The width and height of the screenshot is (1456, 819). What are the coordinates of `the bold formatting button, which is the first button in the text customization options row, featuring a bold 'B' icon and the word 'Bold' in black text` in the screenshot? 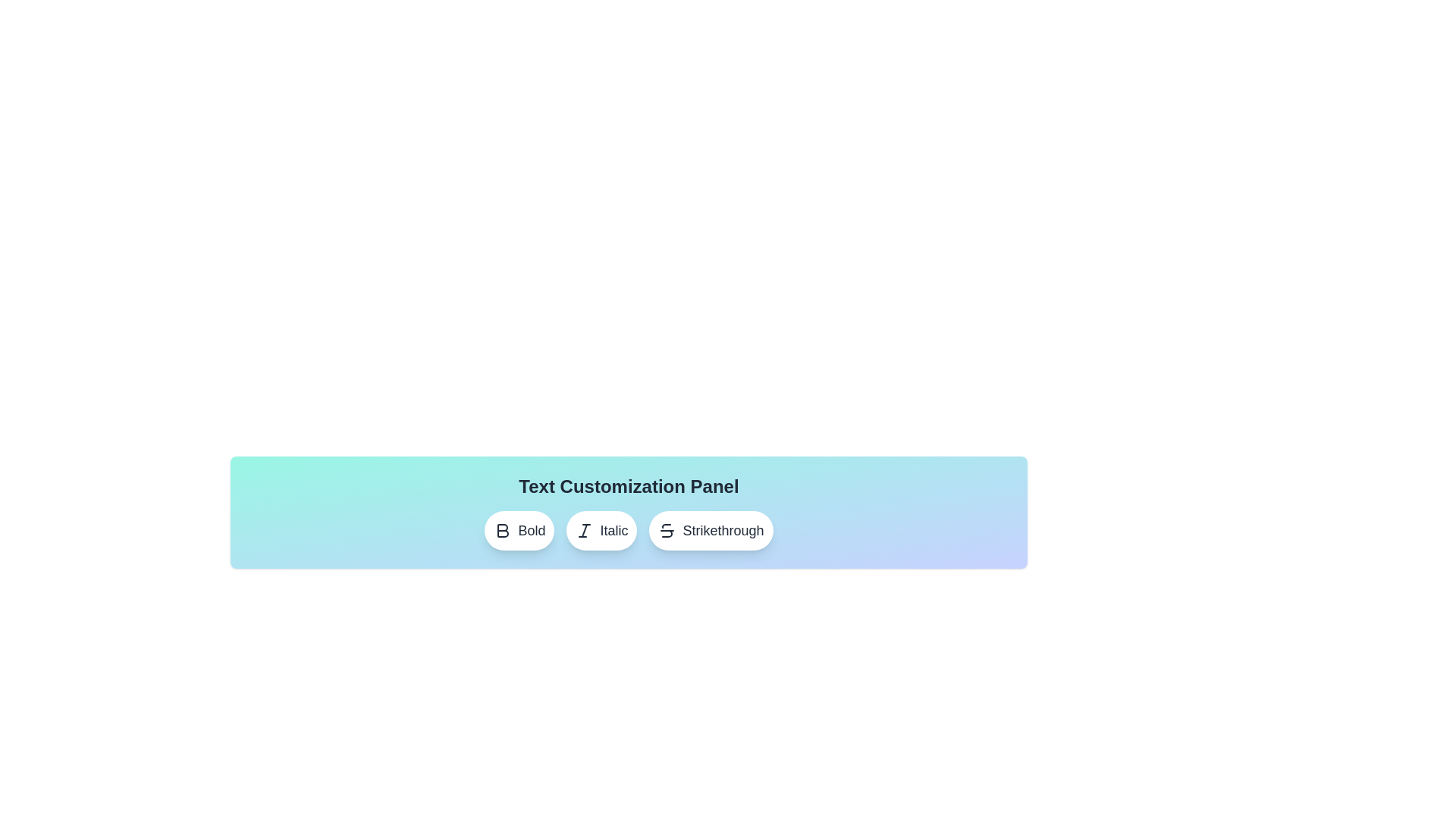 It's located at (519, 529).